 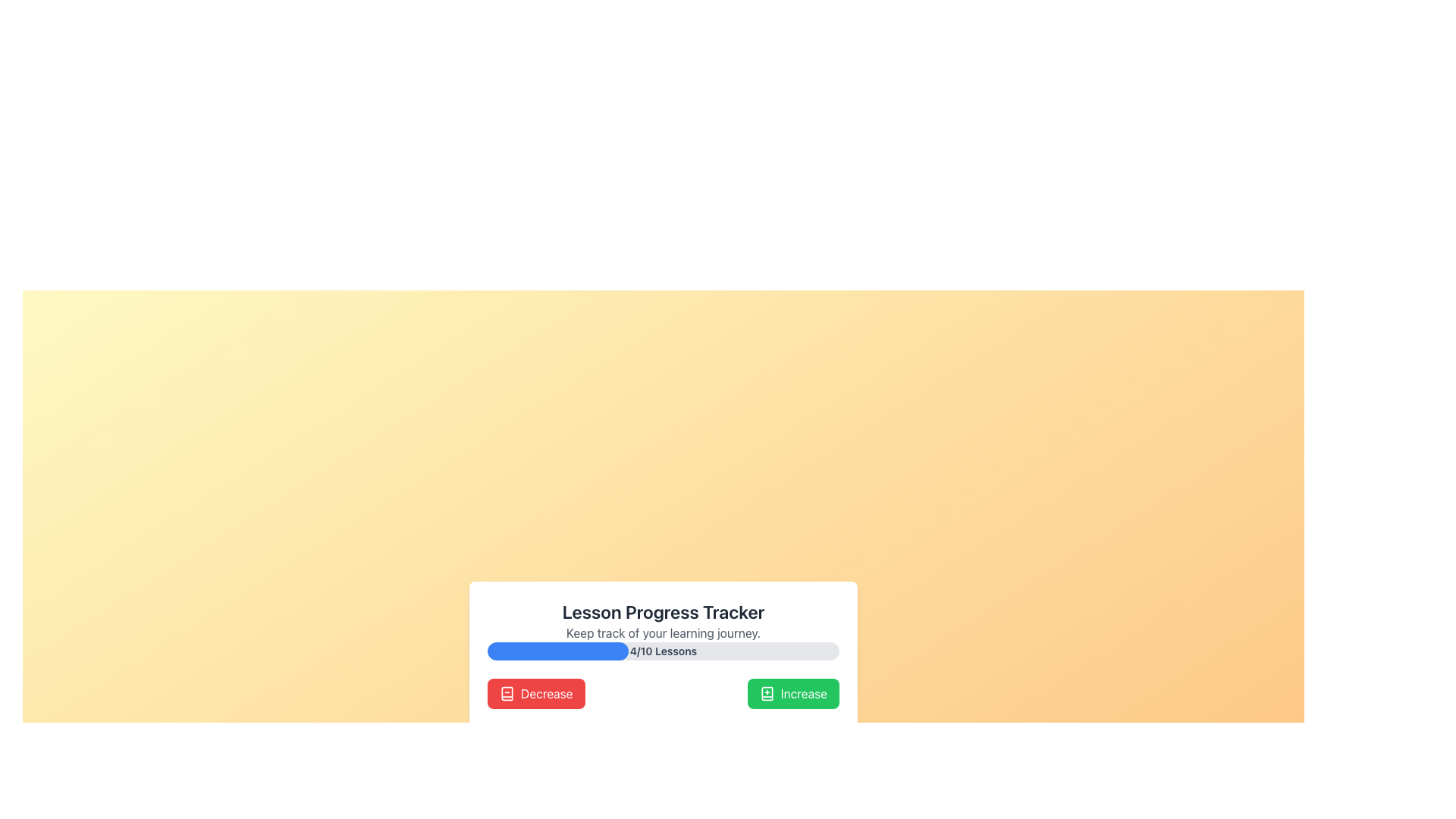 What do you see at coordinates (557, 651) in the screenshot?
I see `the blue progress bar that represents 40% completion in the 'Lesson Progress Tracker'` at bounding box center [557, 651].